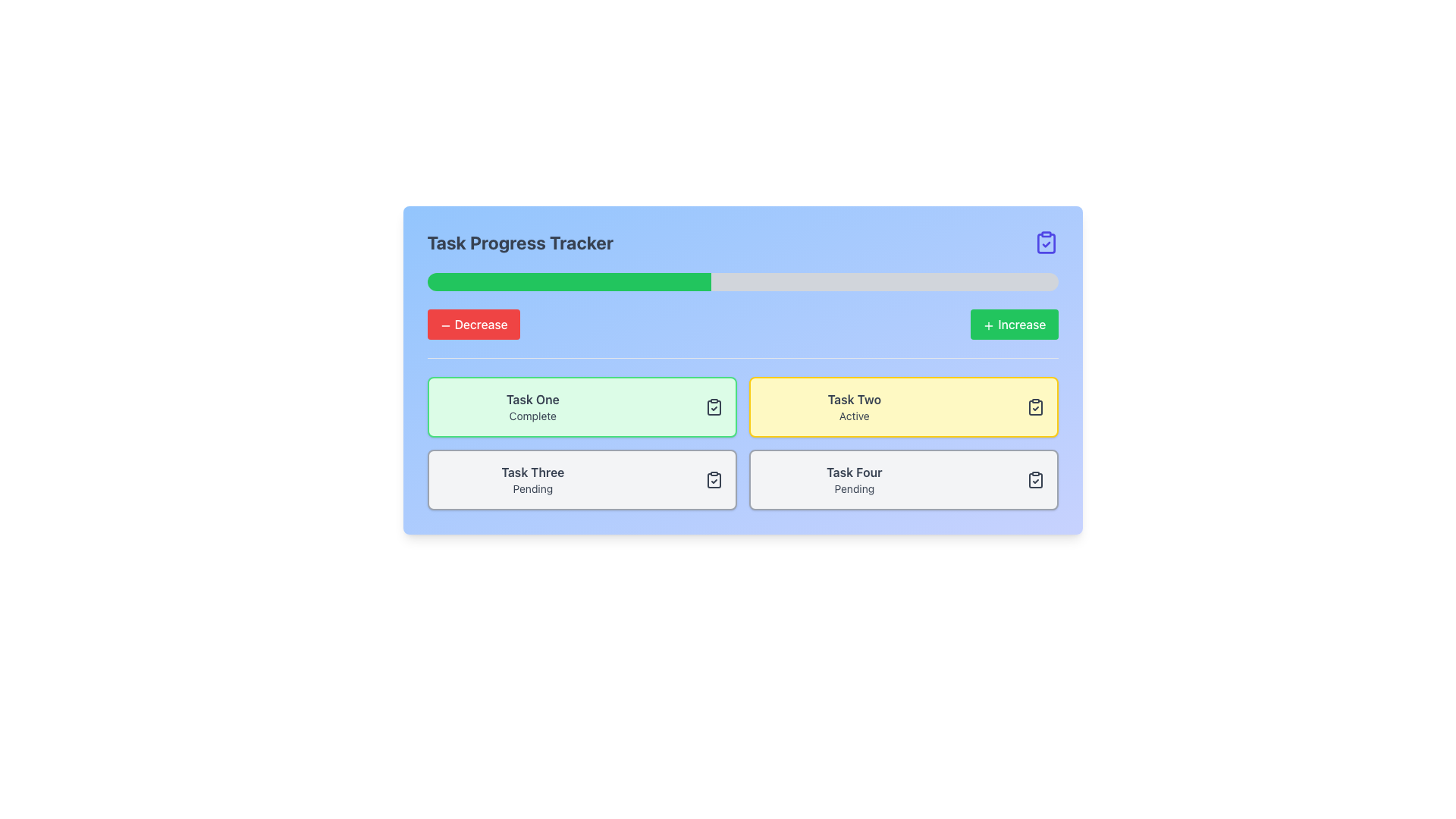 This screenshot has width=1456, height=819. I want to click on the 'Task Three' text label, which is a bold text field located in the bottom-left quadrant of the task overview section, so click(532, 472).